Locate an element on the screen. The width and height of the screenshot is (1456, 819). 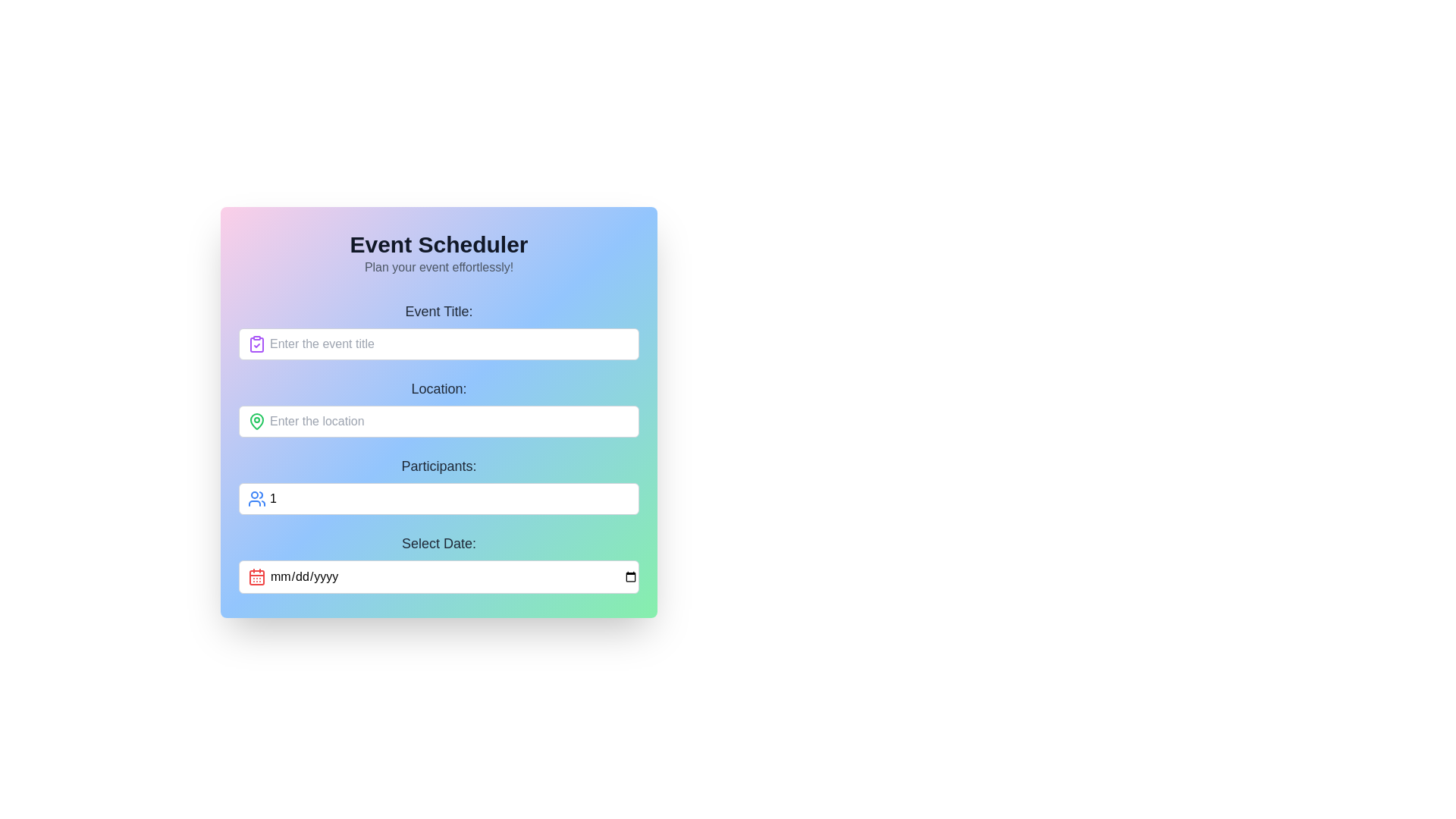
the participants icon located to the left of the input field in the 'Participants' section of the form is located at coordinates (257, 499).